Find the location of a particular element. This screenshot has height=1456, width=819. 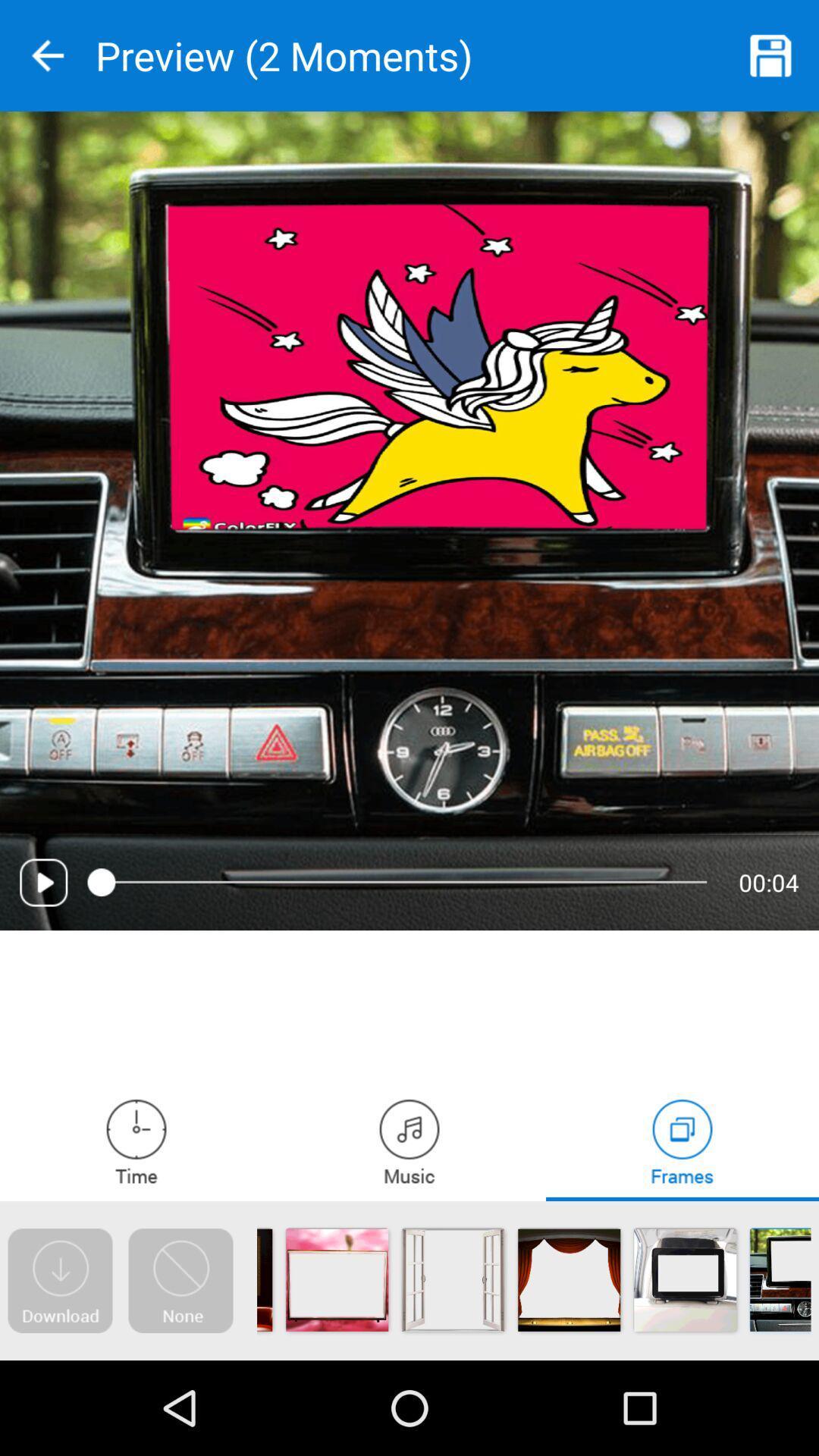

save is located at coordinates (771, 55).